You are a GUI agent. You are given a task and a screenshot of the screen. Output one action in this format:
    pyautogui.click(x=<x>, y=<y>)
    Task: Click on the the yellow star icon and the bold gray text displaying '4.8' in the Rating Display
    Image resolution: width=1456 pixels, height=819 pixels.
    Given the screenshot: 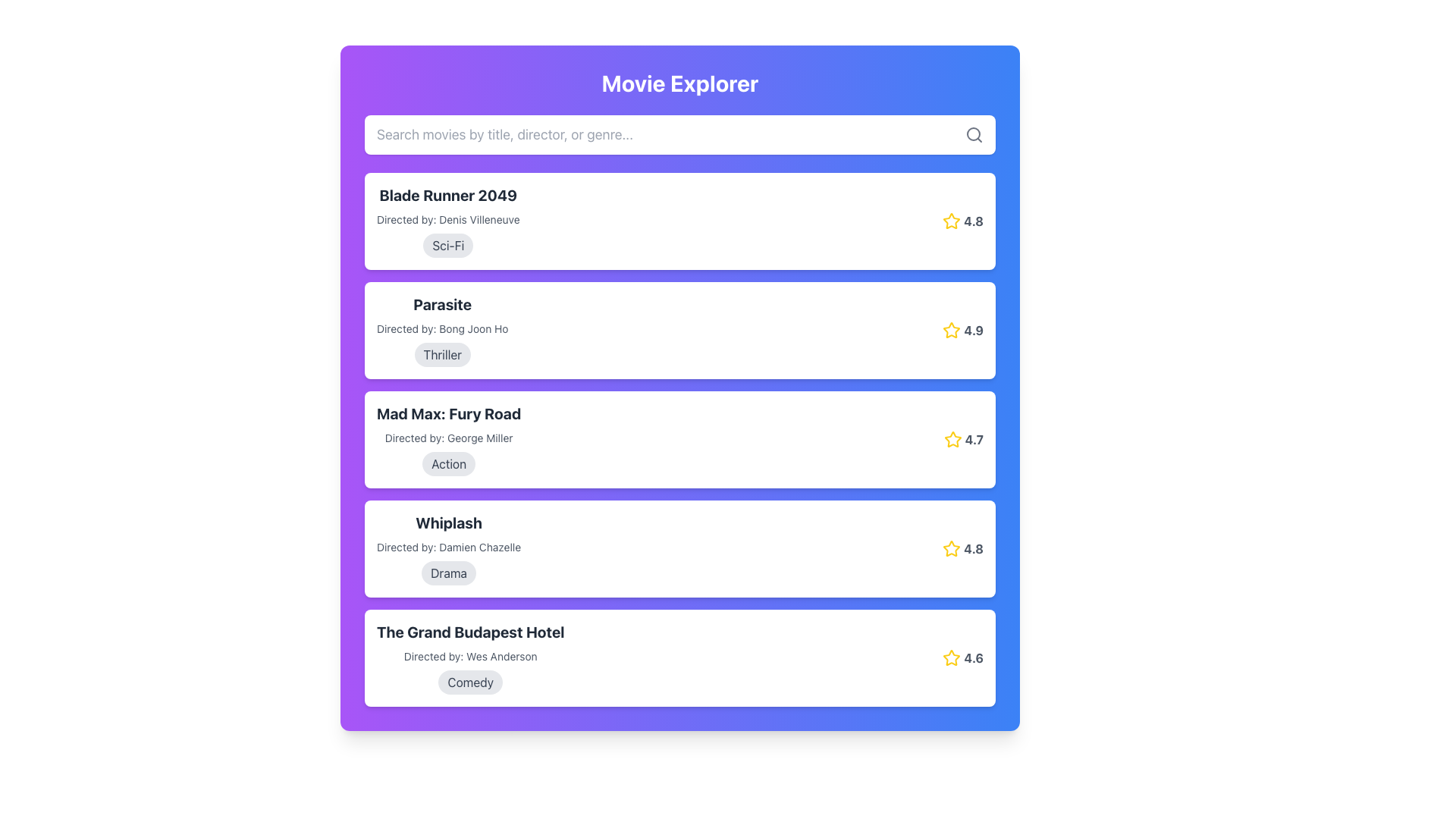 What is the action you would take?
    pyautogui.click(x=962, y=549)
    